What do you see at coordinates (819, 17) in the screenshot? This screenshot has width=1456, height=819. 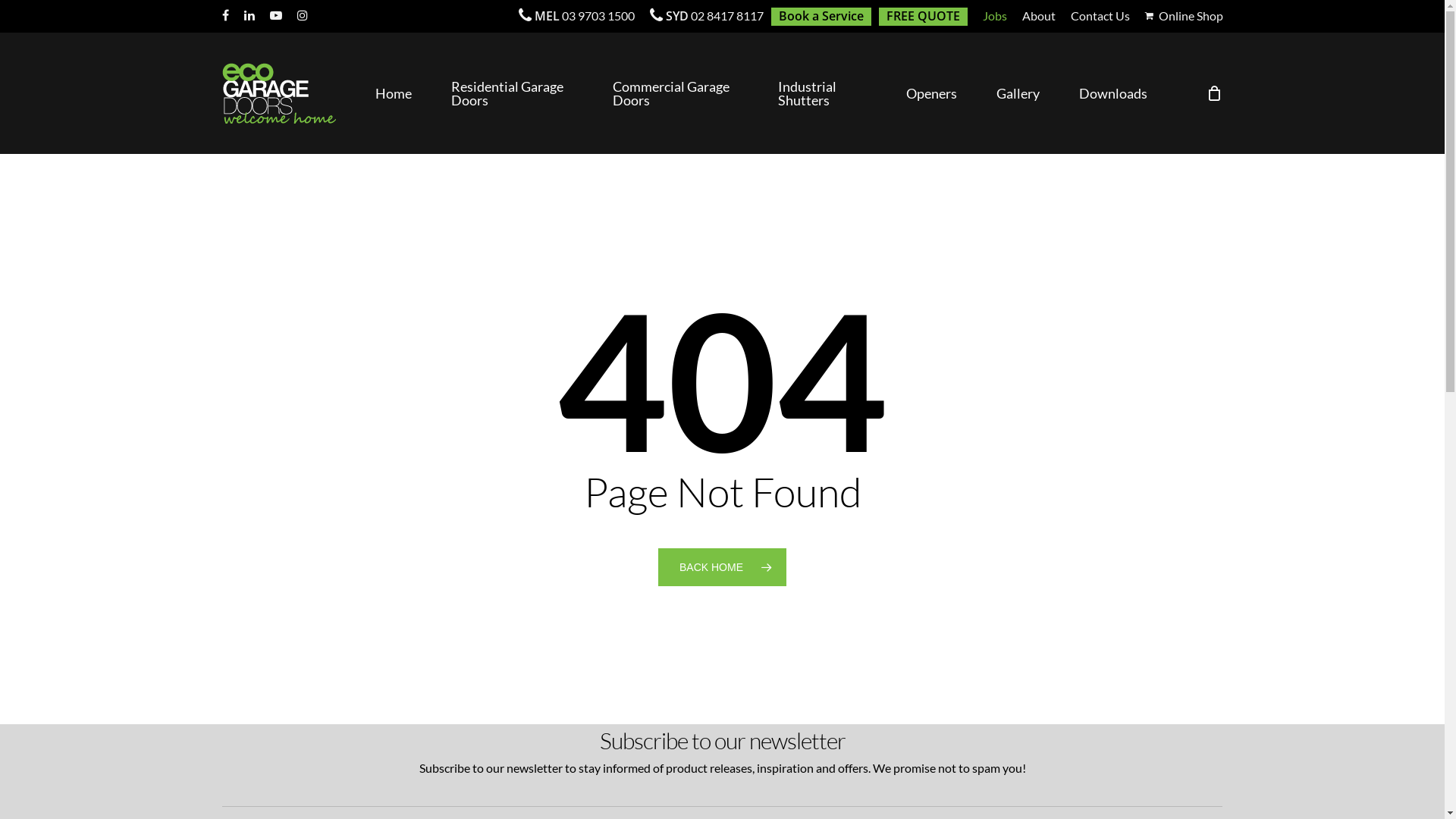 I see `'Book a Service'` at bounding box center [819, 17].